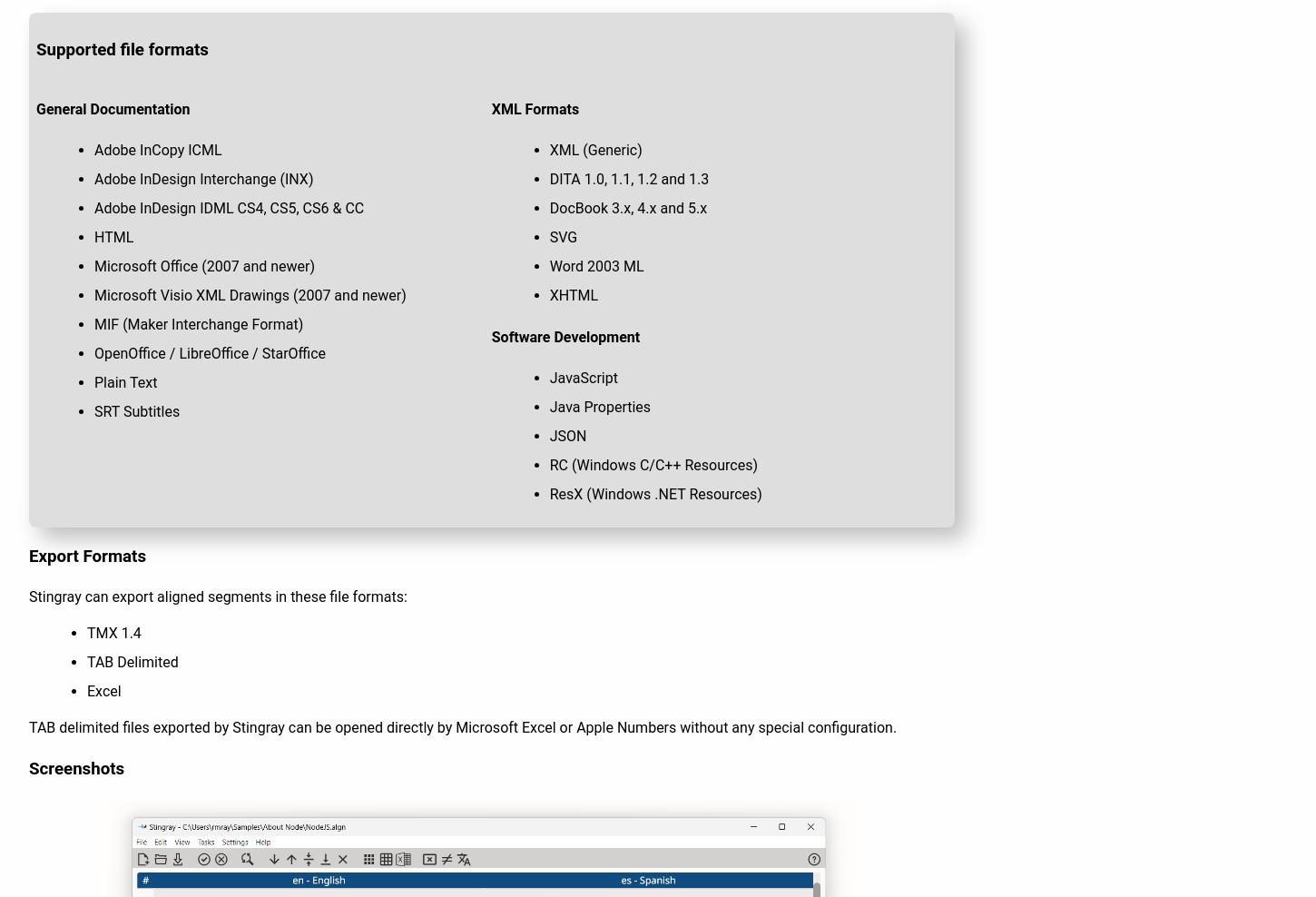  Describe the element at coordinates (124, 381) in the screenshot. I see `'Plain Text'` at that location.